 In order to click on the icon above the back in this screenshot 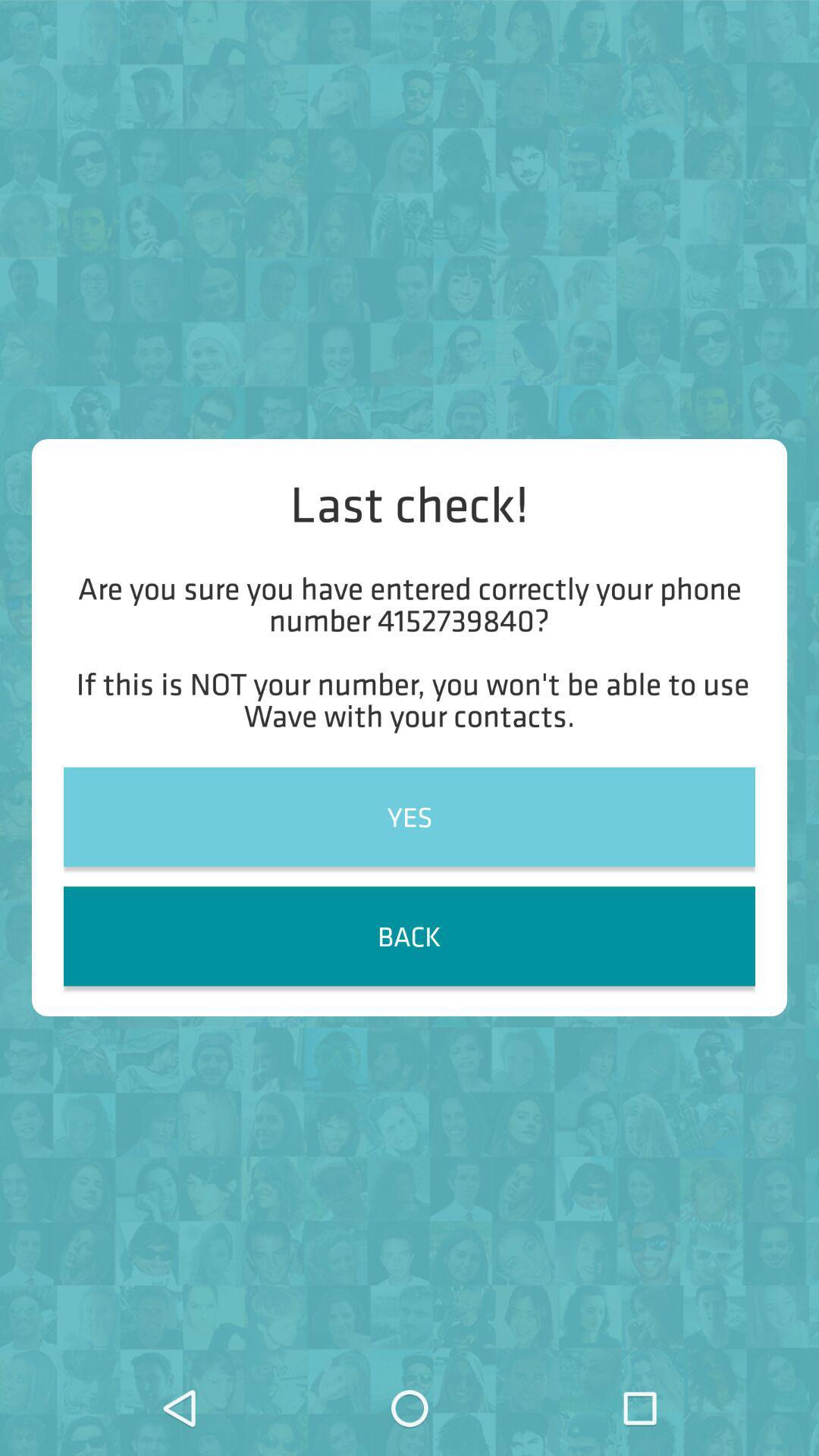, I will do `click(409, 816)`.